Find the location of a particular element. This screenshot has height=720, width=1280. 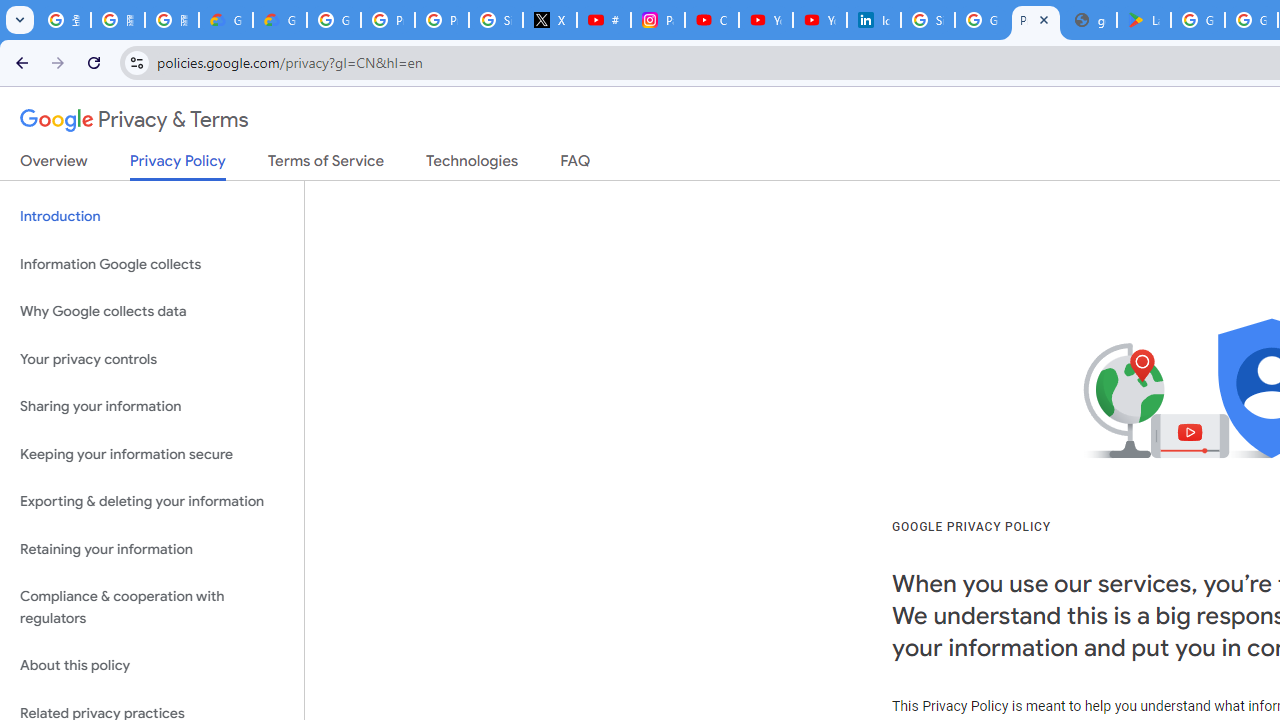

'Your privacy controls' is located at coordinates (151, 358).